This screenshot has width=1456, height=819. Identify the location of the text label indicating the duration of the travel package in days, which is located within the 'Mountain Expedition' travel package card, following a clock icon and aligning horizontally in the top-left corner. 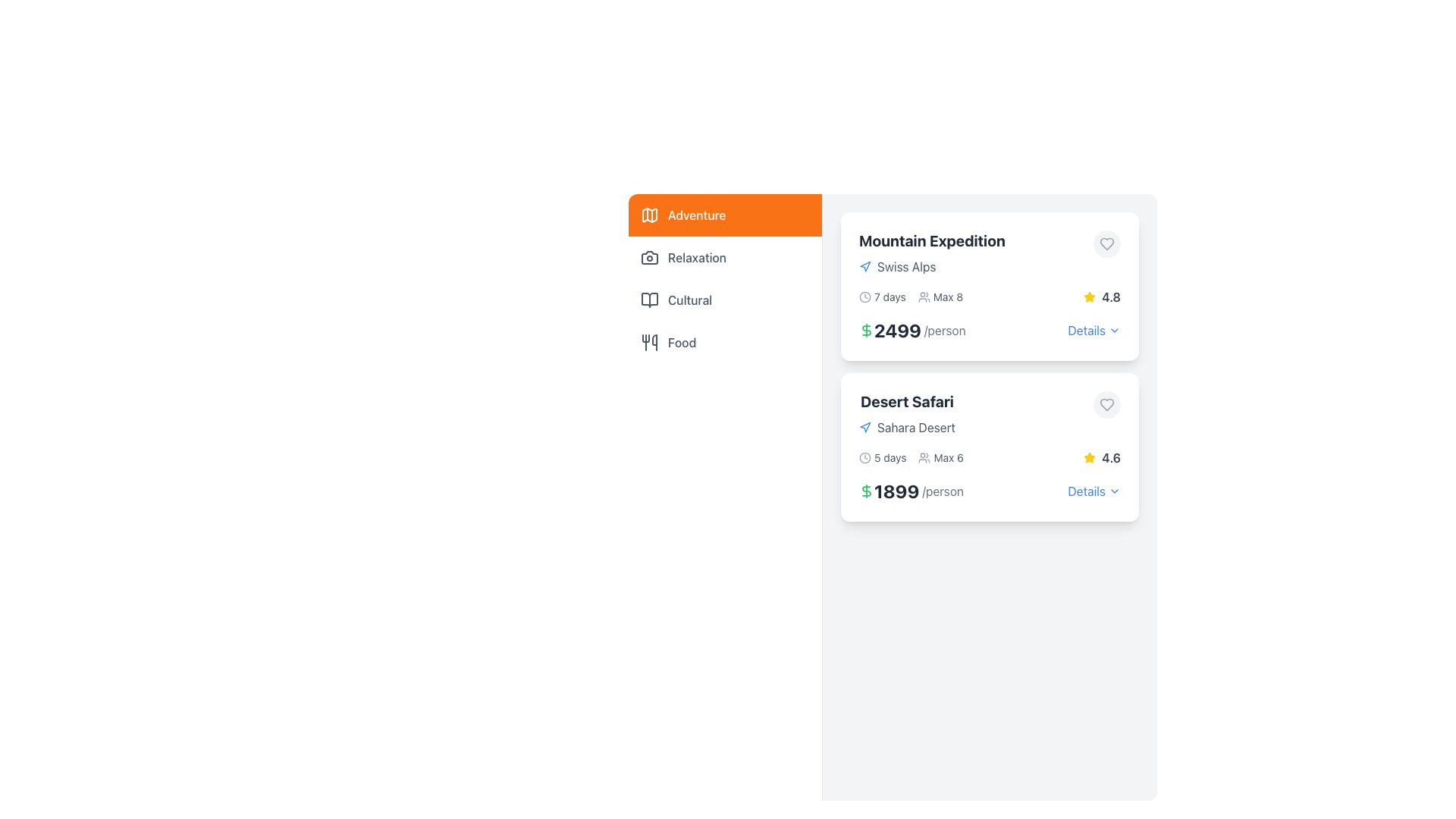
(890, 297).